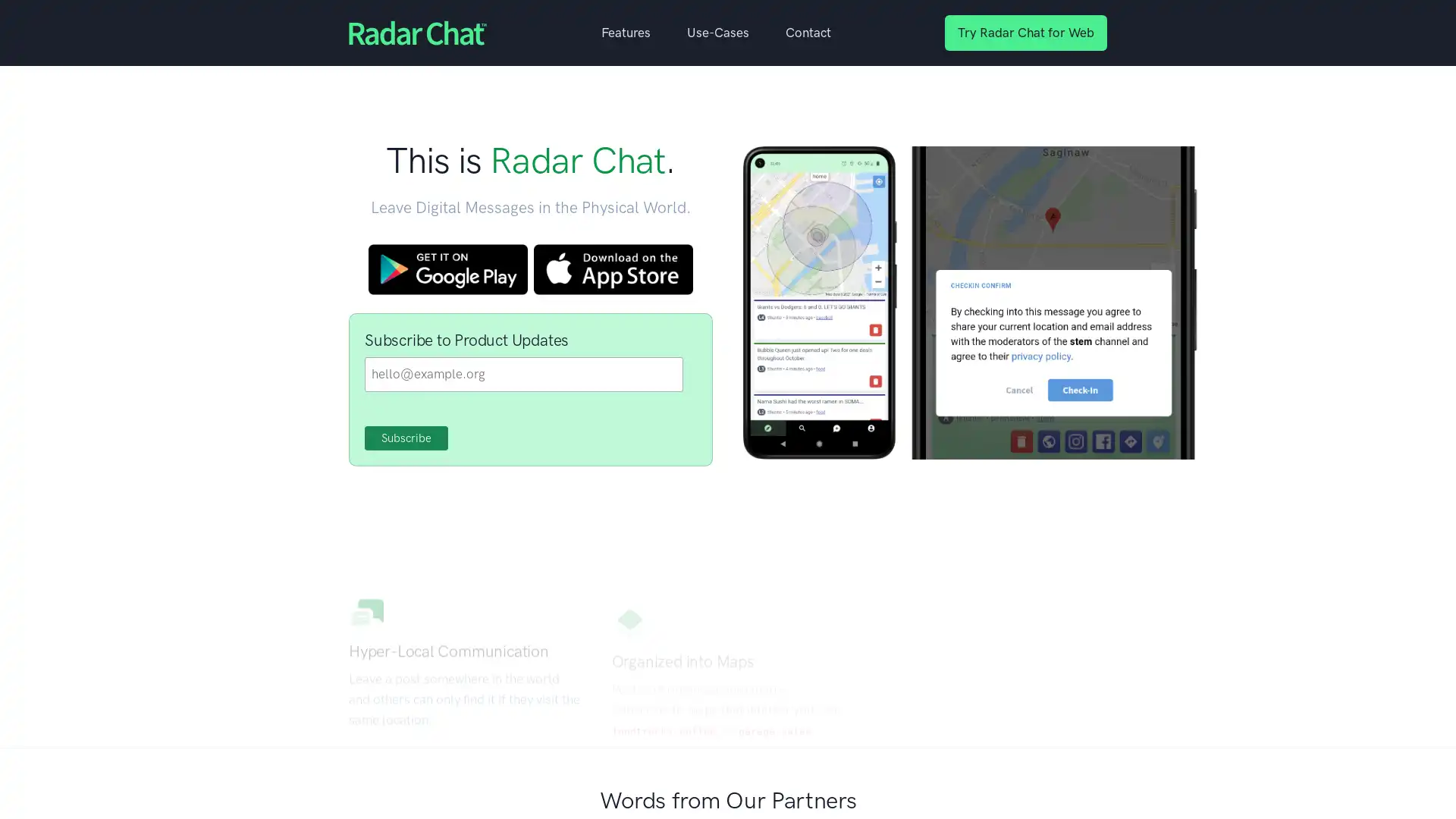  What do you see at coordinates (406, 438) in the screenshot?
I see `Subscribe` at bounding box center [406, 438].